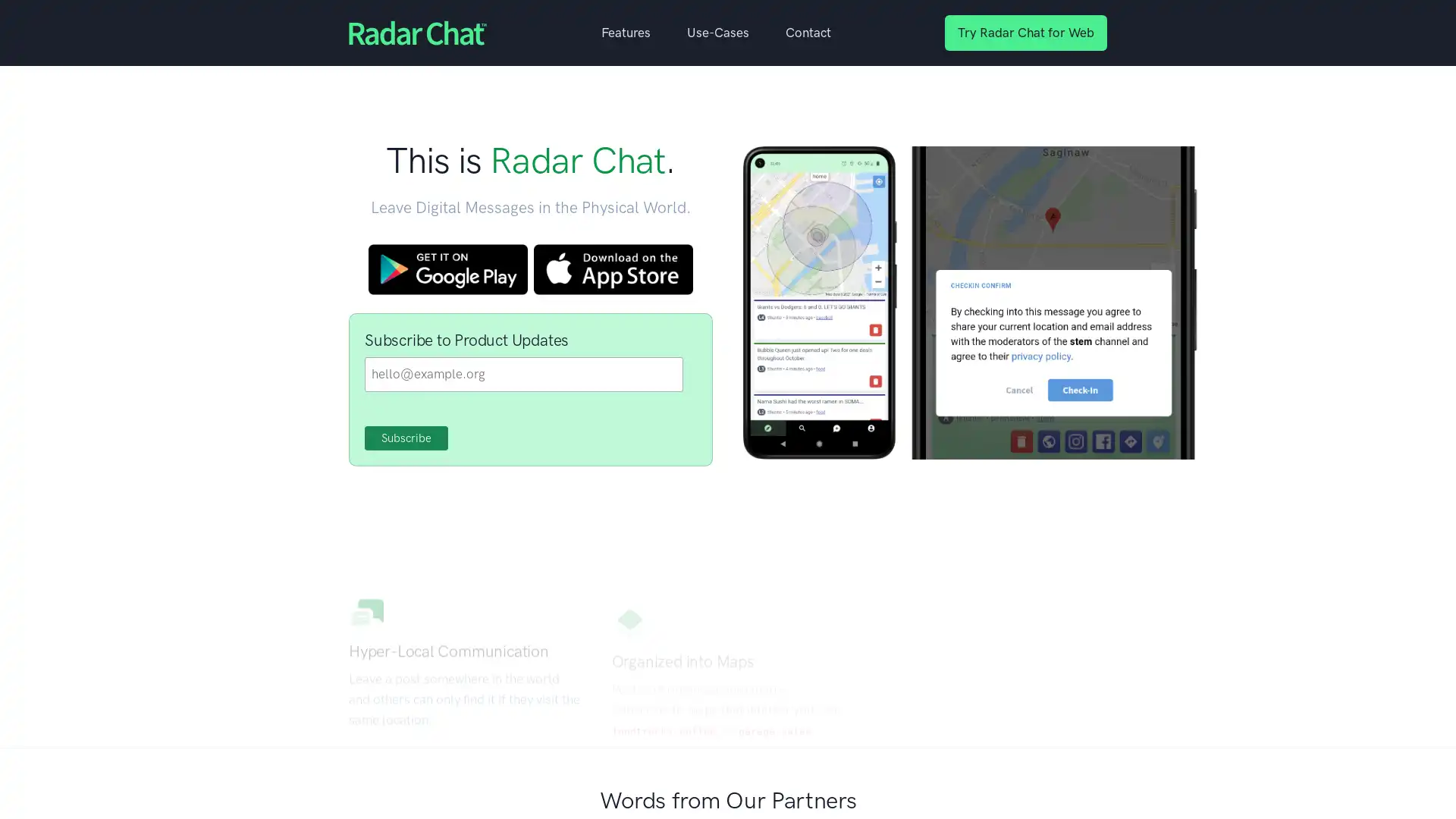  What do you see at coordinates (406, 438) in the screenshot?
I see `Subscribe` at bounding box center [406, 438].